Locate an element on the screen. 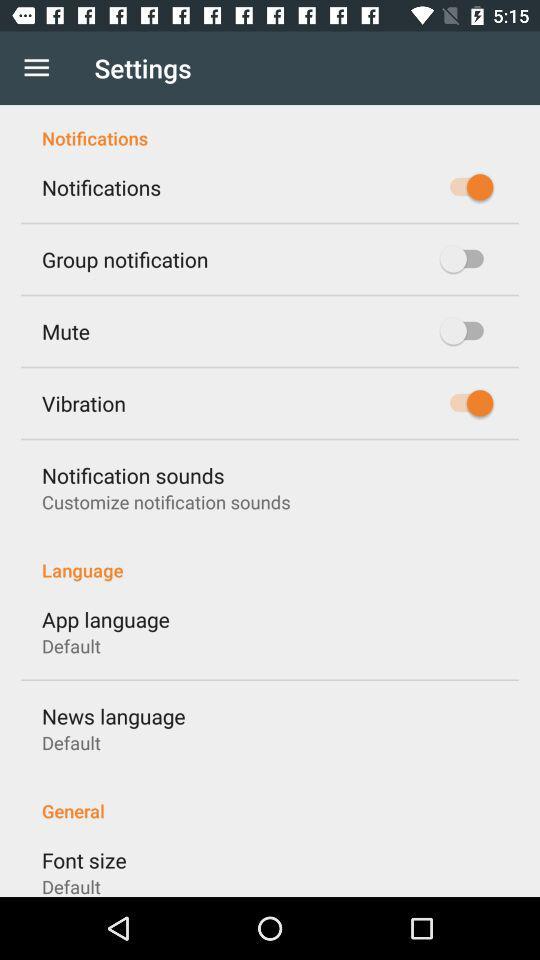 This screenshot has height=960, width=540. item next to settings icon is located at coordinates (36, 68).